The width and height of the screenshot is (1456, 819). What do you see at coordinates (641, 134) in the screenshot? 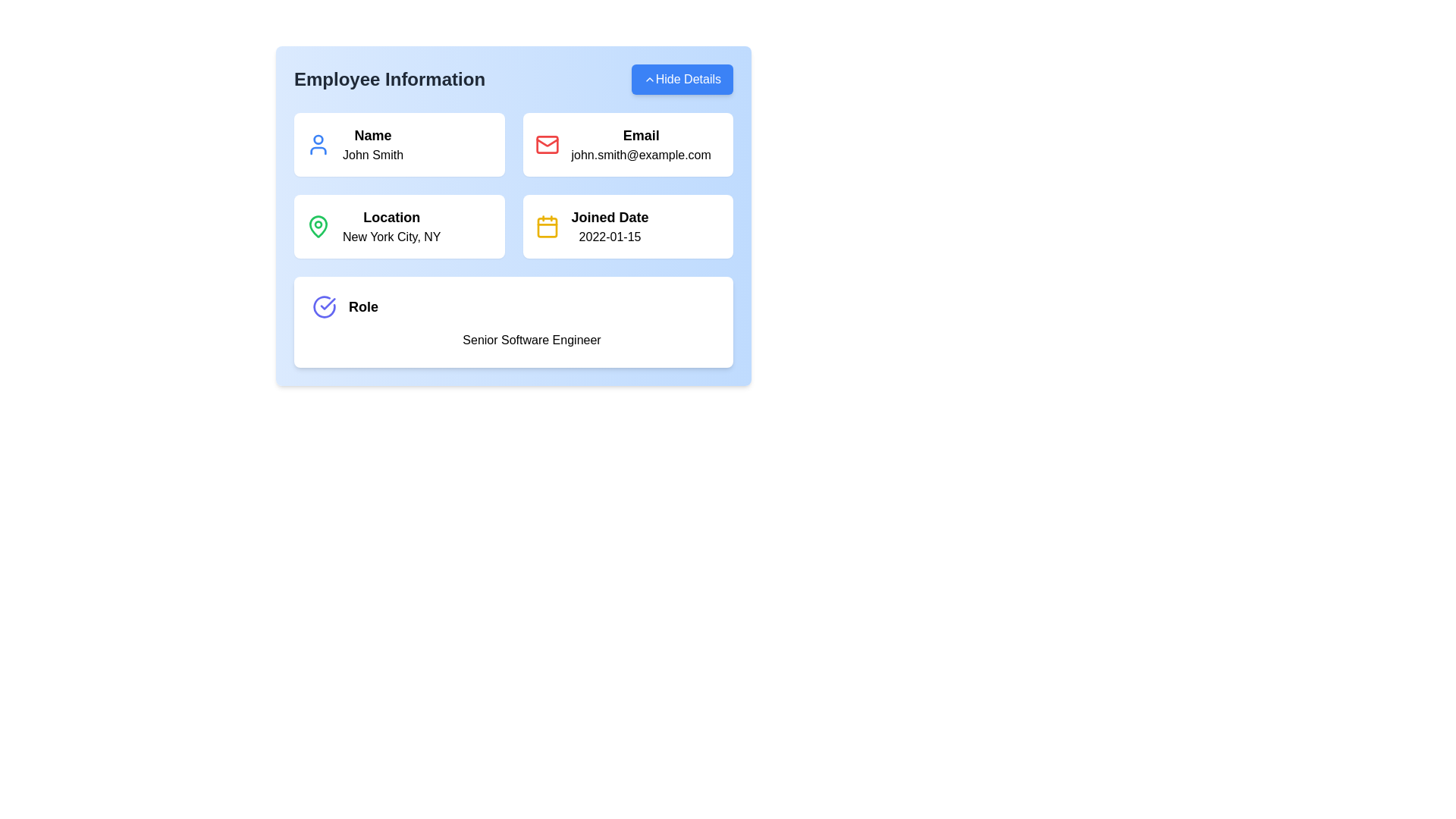
I see `the text label indicating the email address 'john.smith@example.com' located in the top-right section above the email address text` at bounding box center [641, 134].